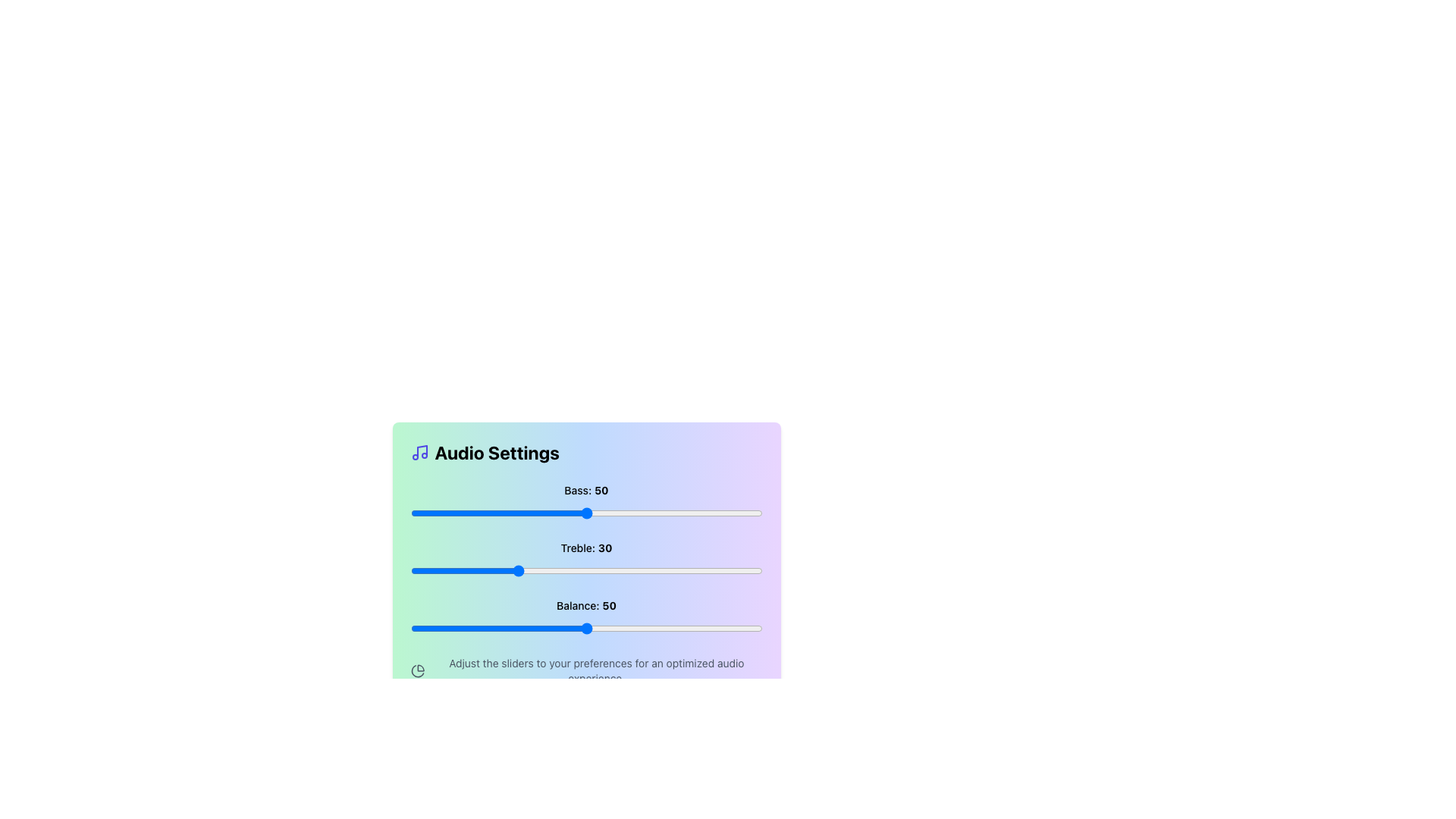 This screenshot has width=1456, height=819. What do you see at coordinates (748, 513) in the screenshot?
I see `the bass level` at bounding box center [748, 513].